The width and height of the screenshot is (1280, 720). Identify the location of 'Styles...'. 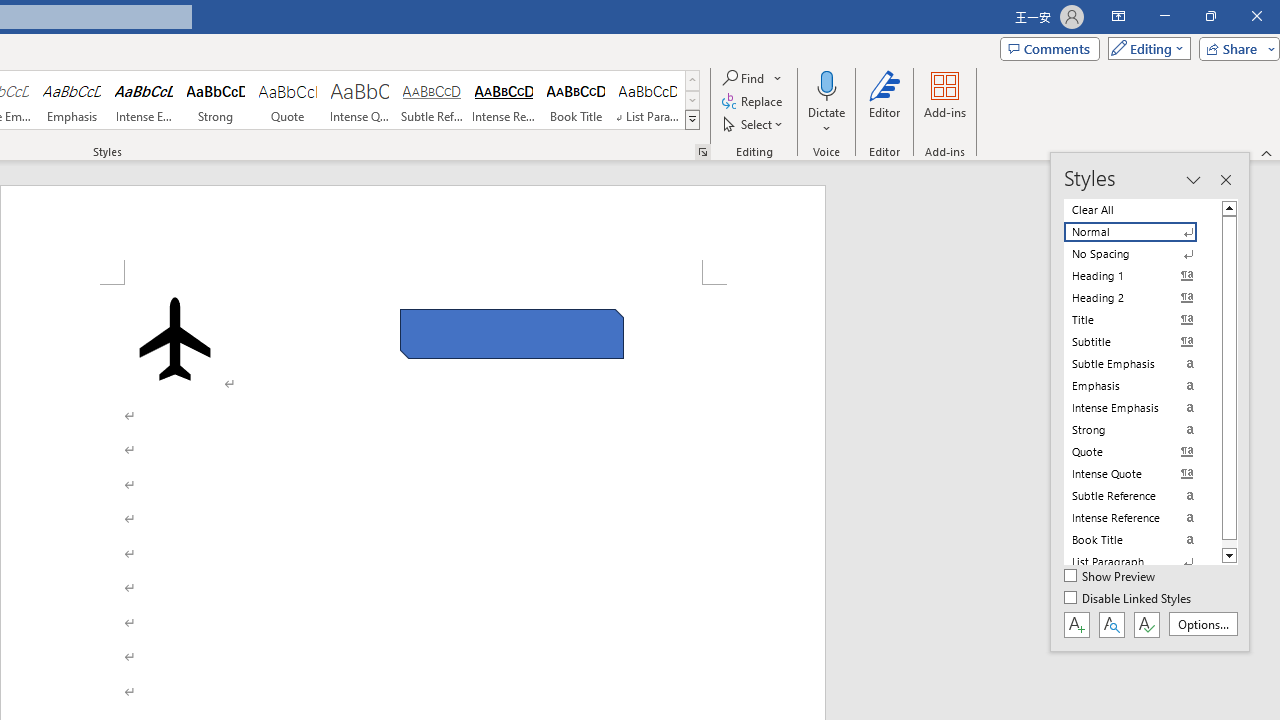
(702, 150).